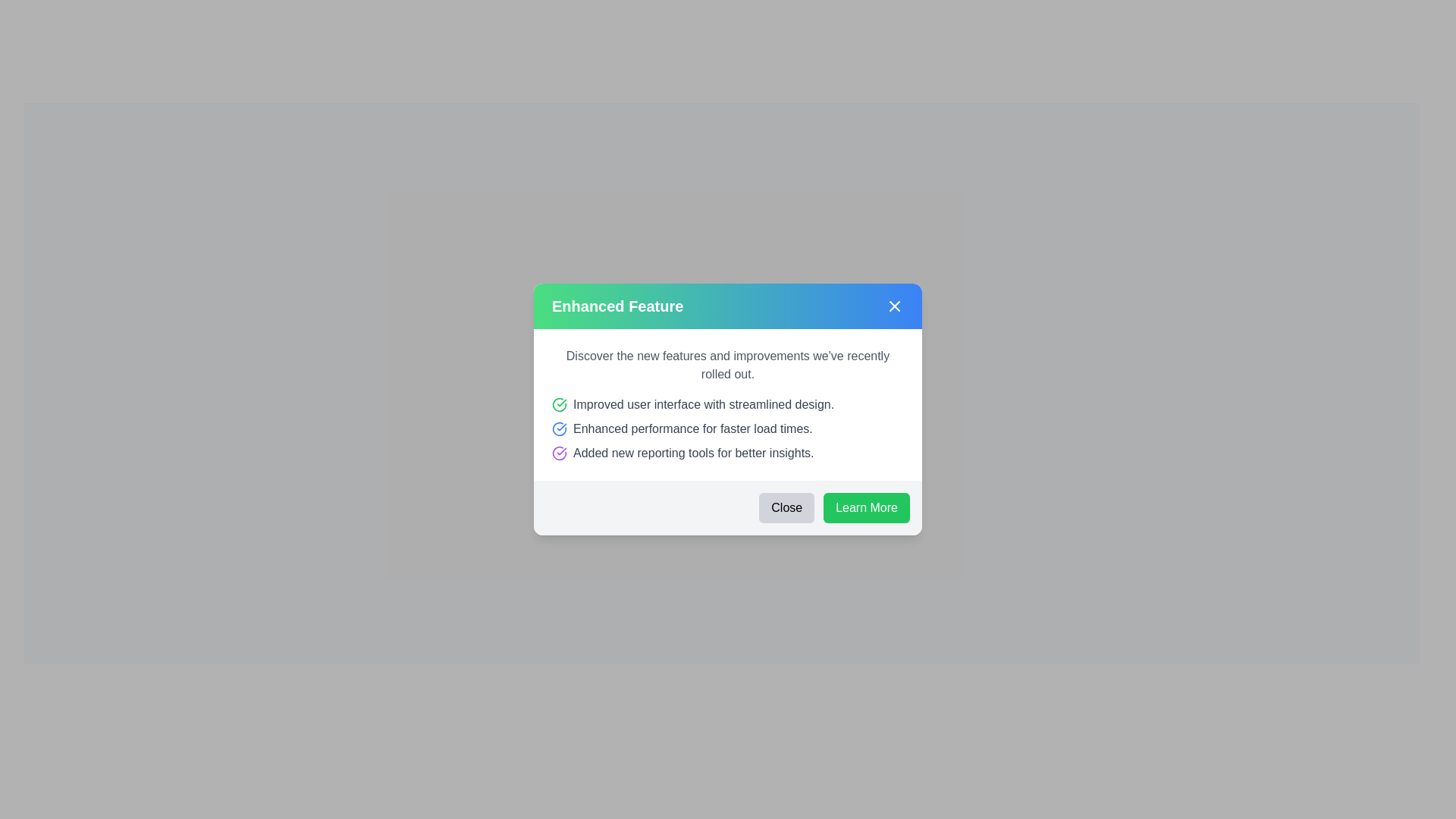  Describe the element at coordinates (703, 403) in the screenshot. I see `the text label that reads 'Improved user interface with streamlined design.' located in the modal dialog labeled 'Enhanced Feature.'` at that location.